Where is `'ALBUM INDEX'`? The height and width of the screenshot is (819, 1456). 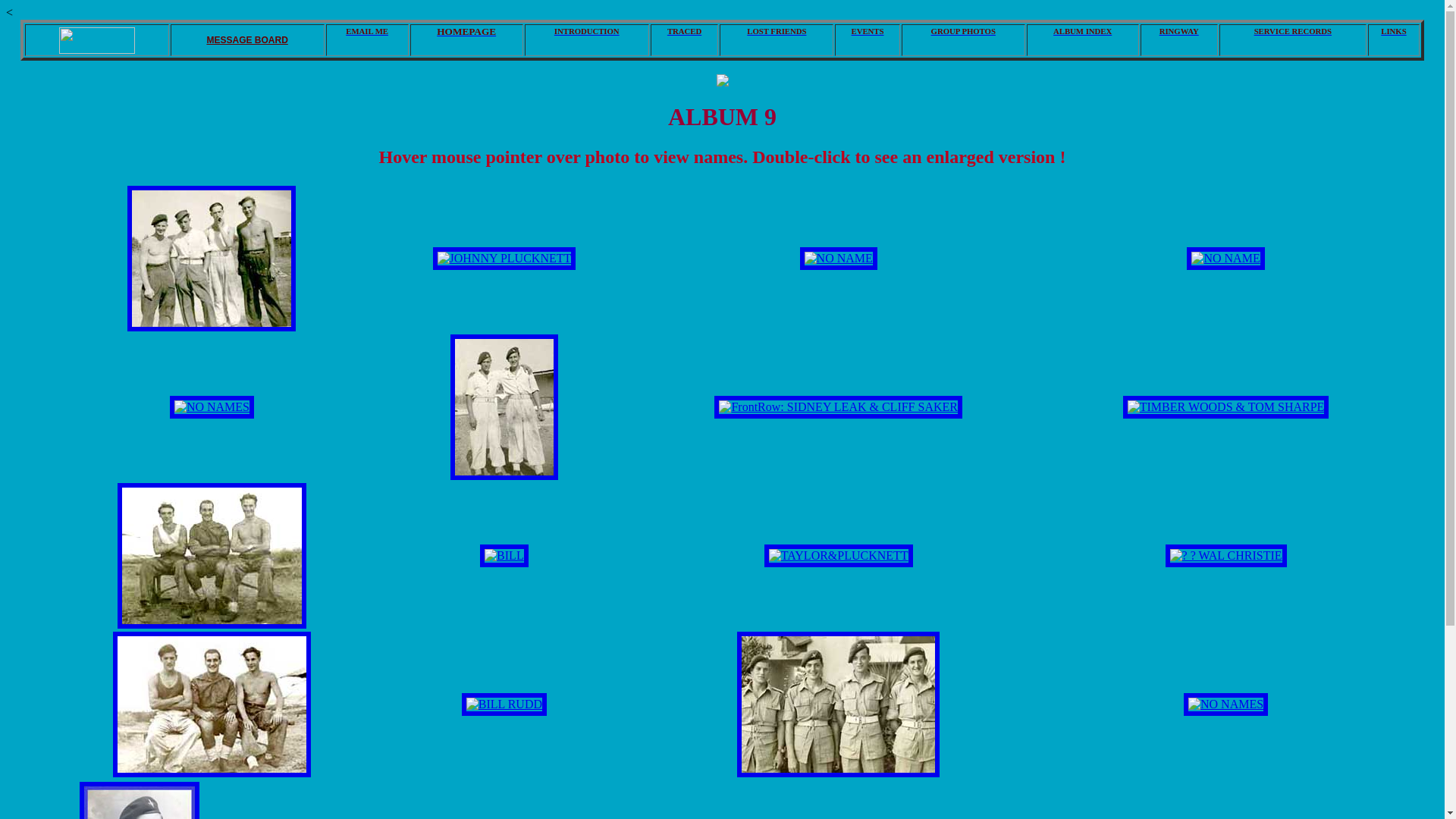
'ALBUM INDEX' is located at coordinates (1082, 31).